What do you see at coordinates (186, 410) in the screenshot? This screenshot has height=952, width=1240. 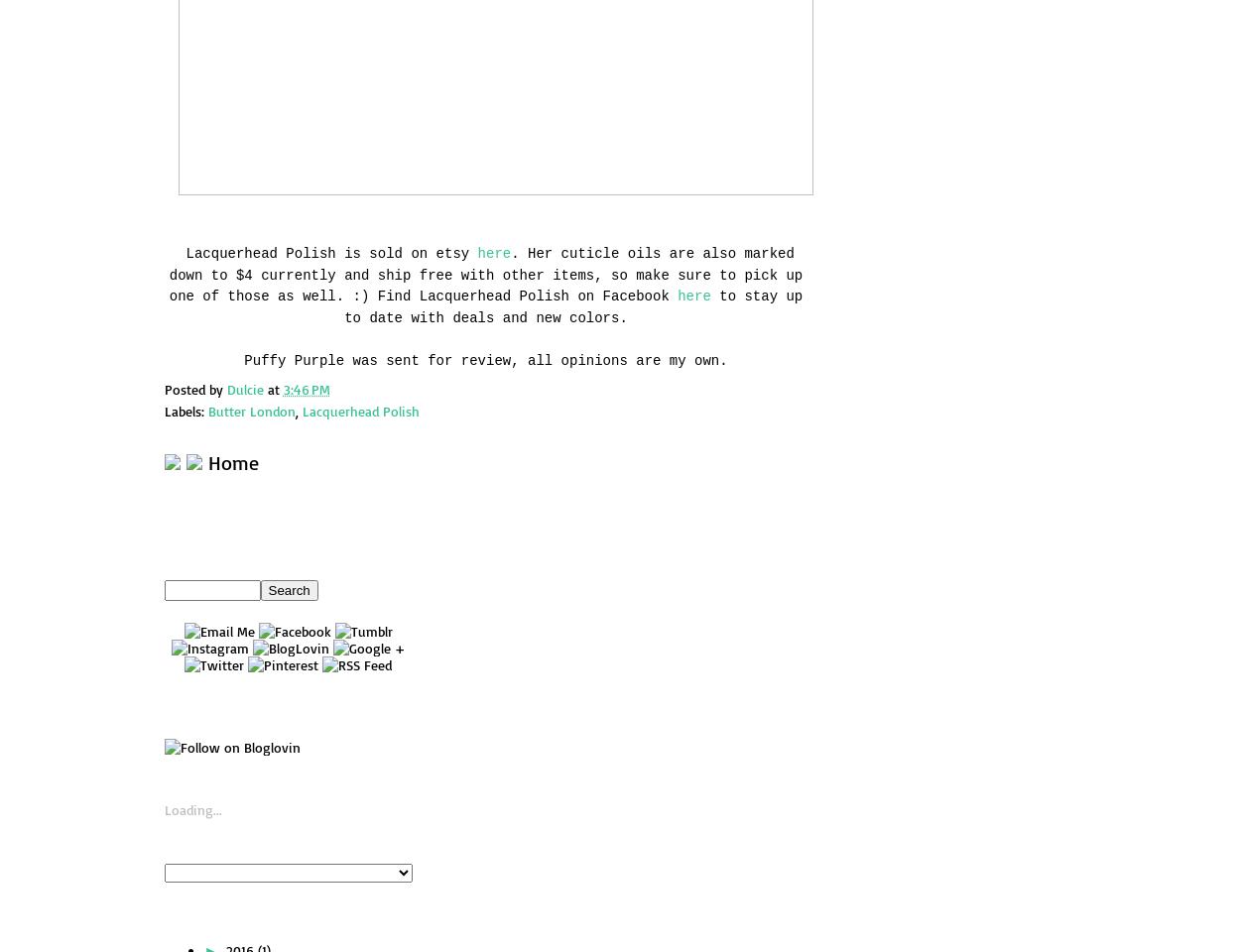 I see `'Labels:'` at bounding box center [186, 410].